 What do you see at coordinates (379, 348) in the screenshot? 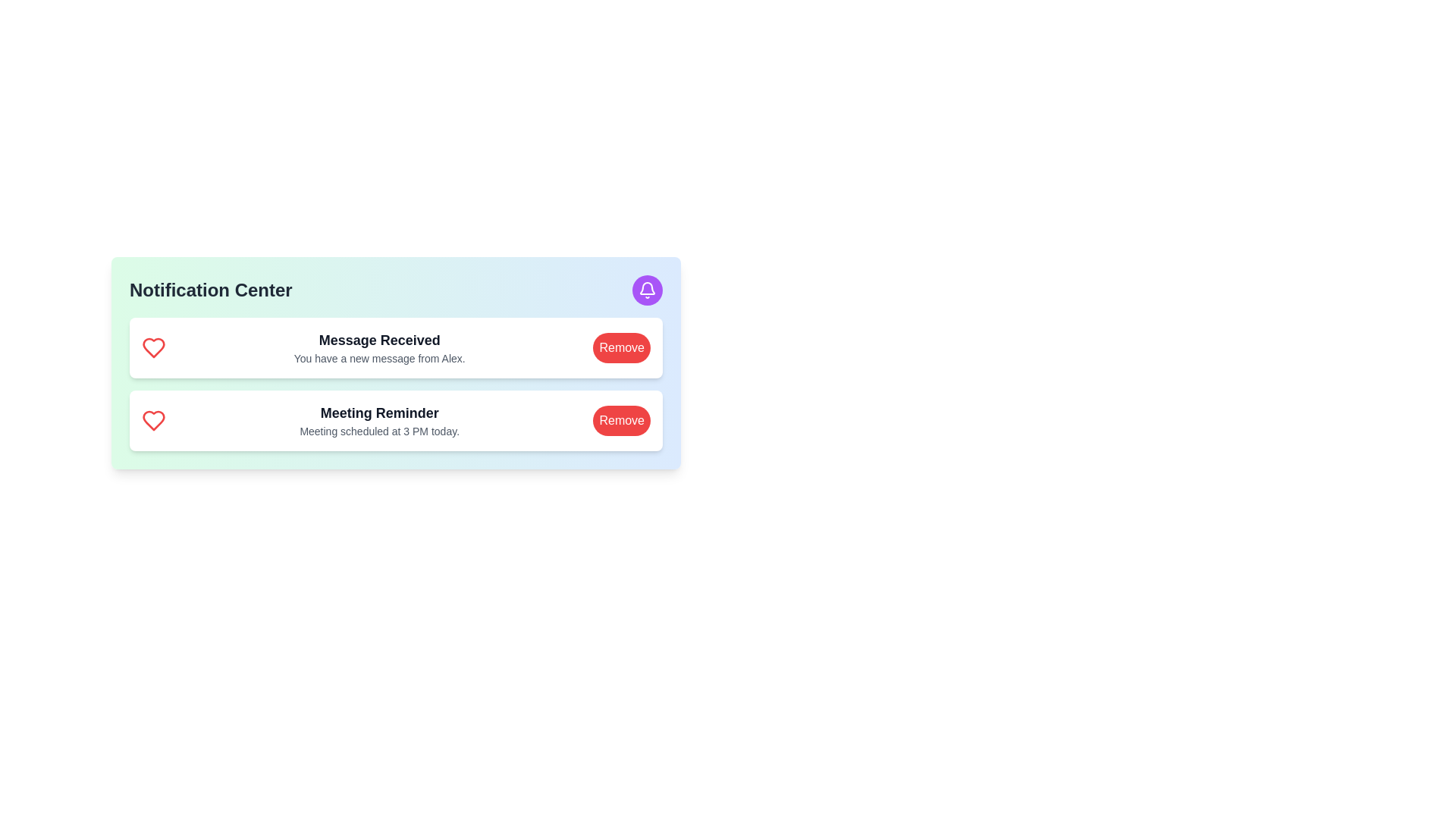
I see `the static text block that notifies the user about a new message, located at the center of the first notification block` at bounding box center [379, 348].